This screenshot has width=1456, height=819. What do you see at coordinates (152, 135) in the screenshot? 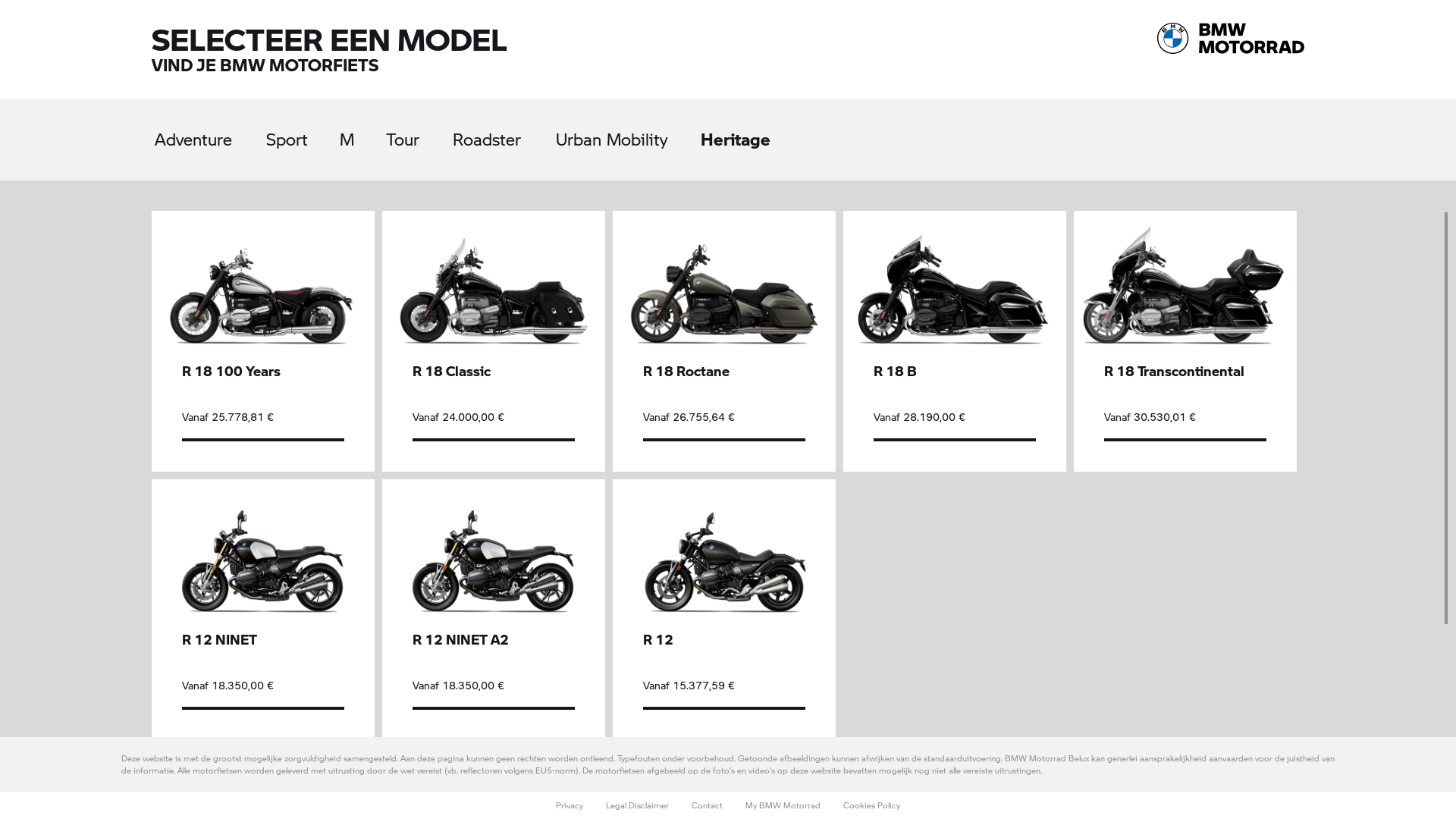
I see `'Adventure'` at bounding box center [152, 135].